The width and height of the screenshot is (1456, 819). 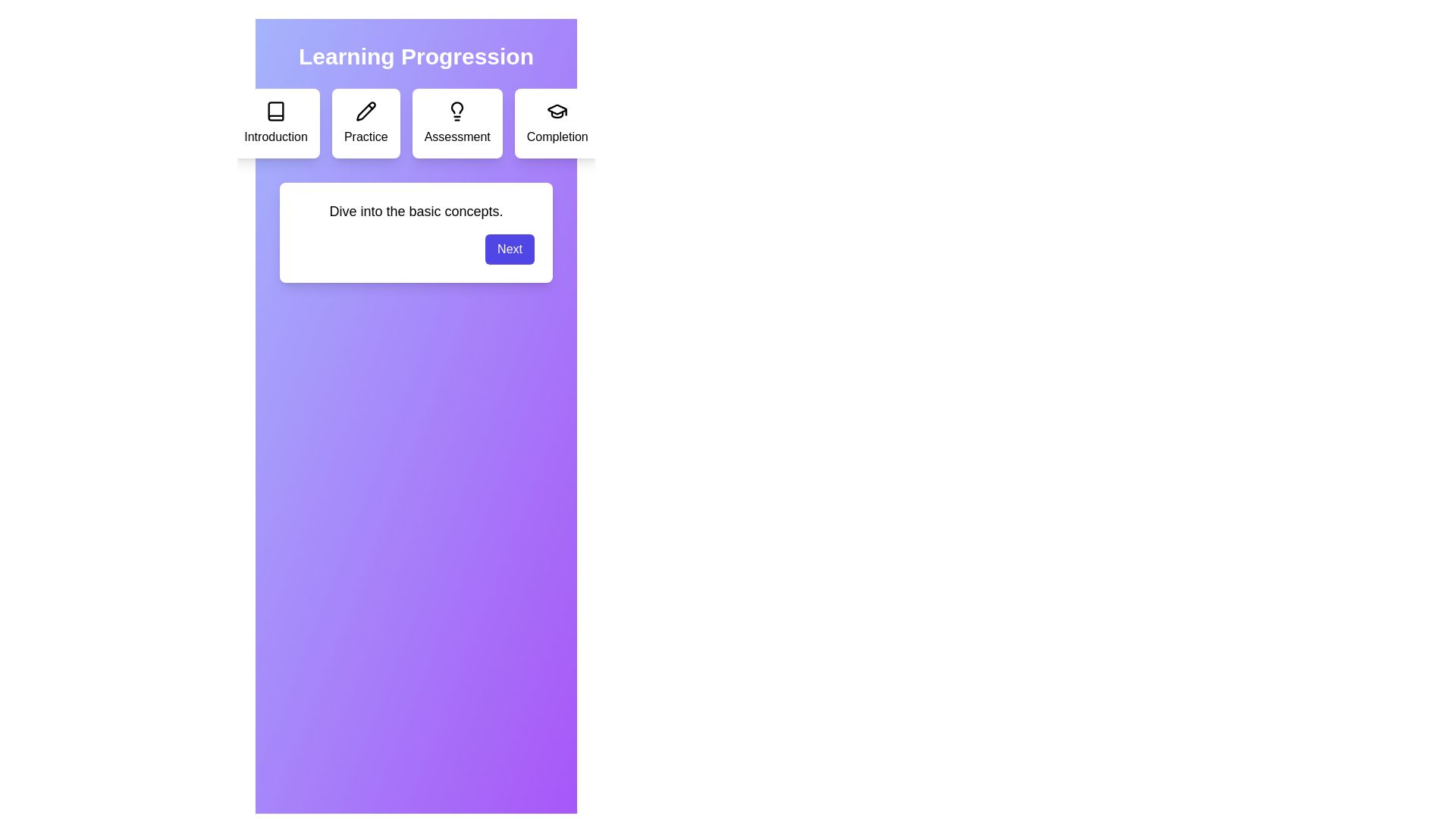 I want to click on the step Assessment in the learning path, so click(x=457, y=122).